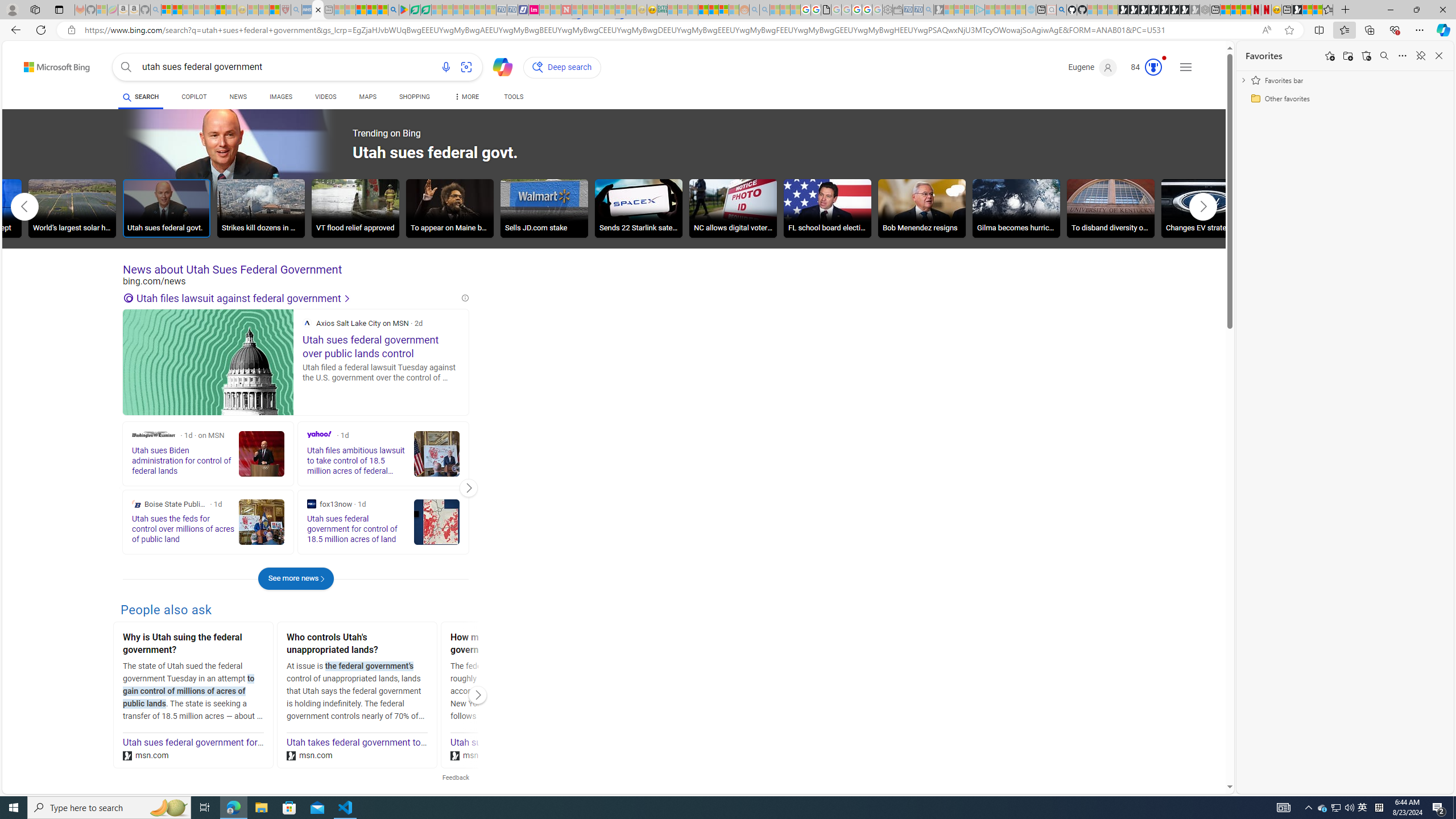 The image size is (1456, 819). What do you see at coordinates (49, 64) in the screenshot?
I see `'Back to Bing search'` at bounding box center [49, 64].